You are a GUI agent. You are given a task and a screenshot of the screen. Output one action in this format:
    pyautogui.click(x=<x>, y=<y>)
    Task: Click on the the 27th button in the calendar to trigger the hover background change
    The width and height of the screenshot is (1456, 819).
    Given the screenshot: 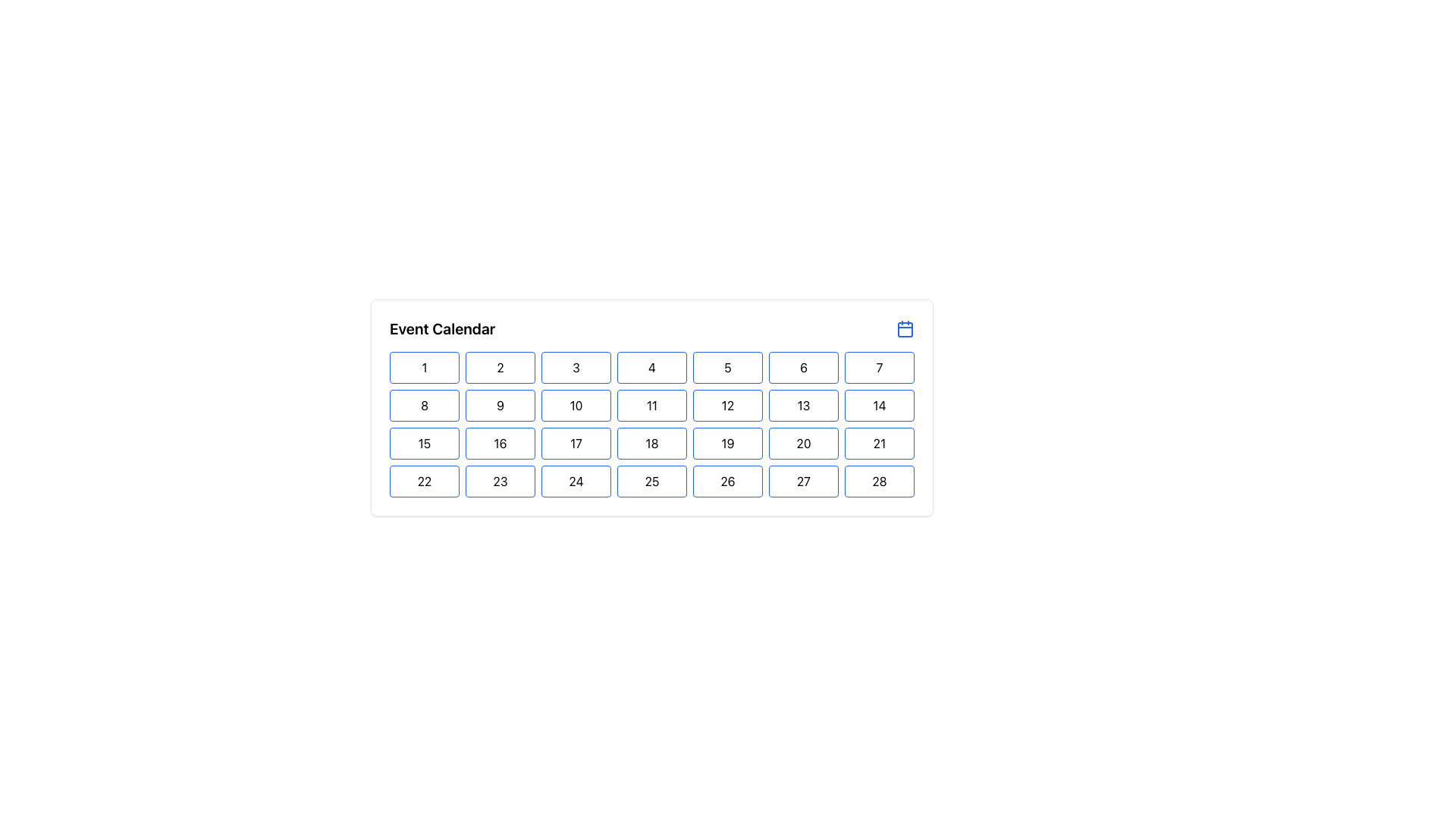 What is the action you would take?
    pyautogui.click(x=803, y=482)
    